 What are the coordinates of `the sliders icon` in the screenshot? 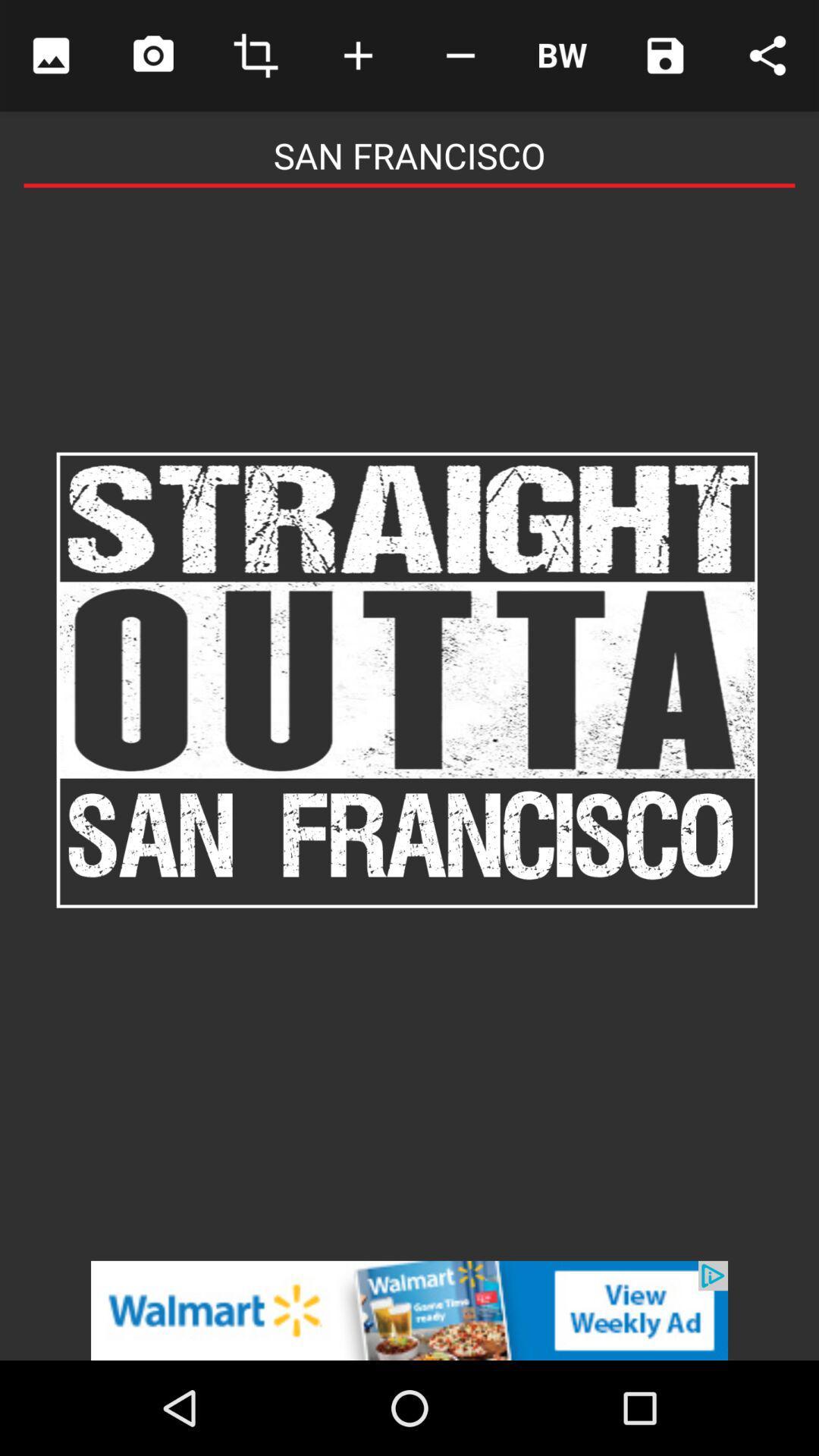 It's located at (563, 55).